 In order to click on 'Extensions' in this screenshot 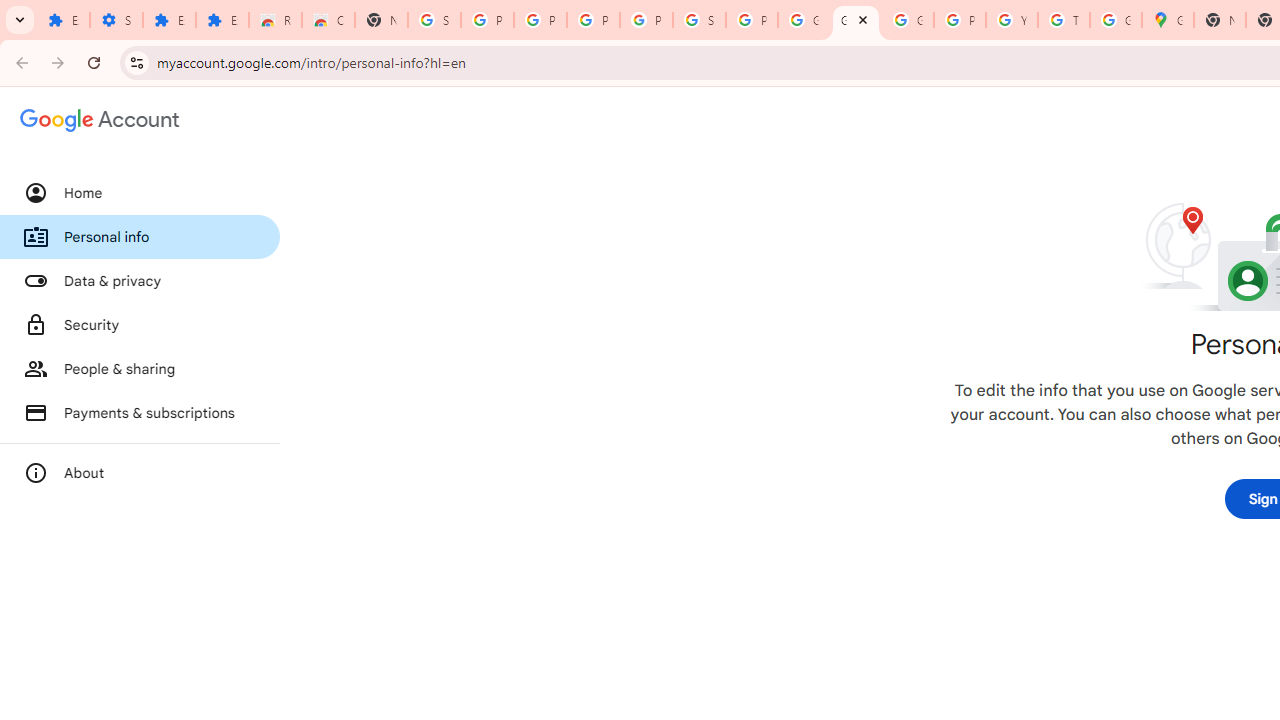, I will do `click(169, 20)`.